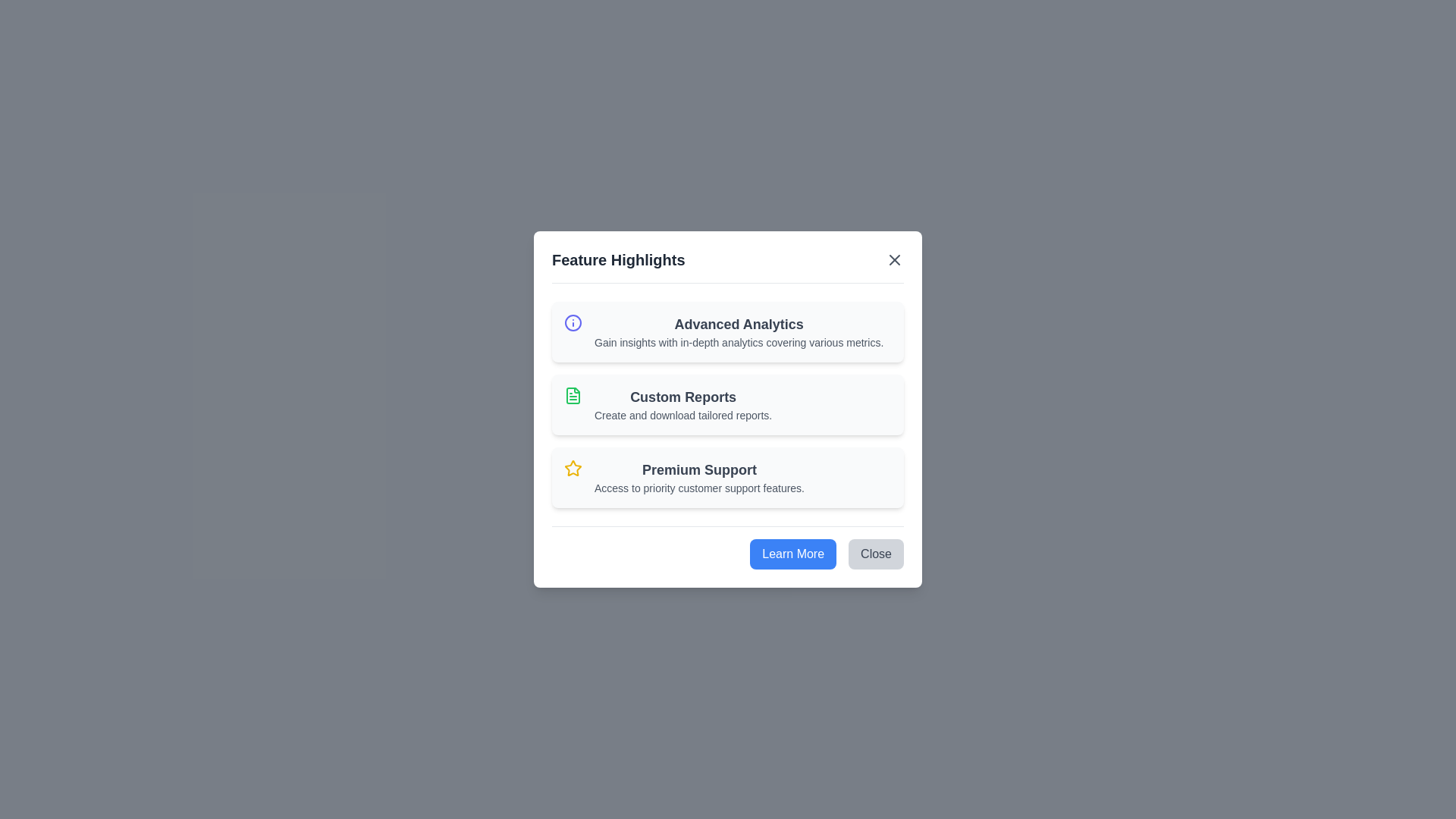  Describe the element at coordinates (728, 476) in the screenshot. I see `feature description text for 'Premium Support' located in the third item of the vertical list under 'Feature Highlights', situated between 'Custom Reports' and the action buttons` at that location.